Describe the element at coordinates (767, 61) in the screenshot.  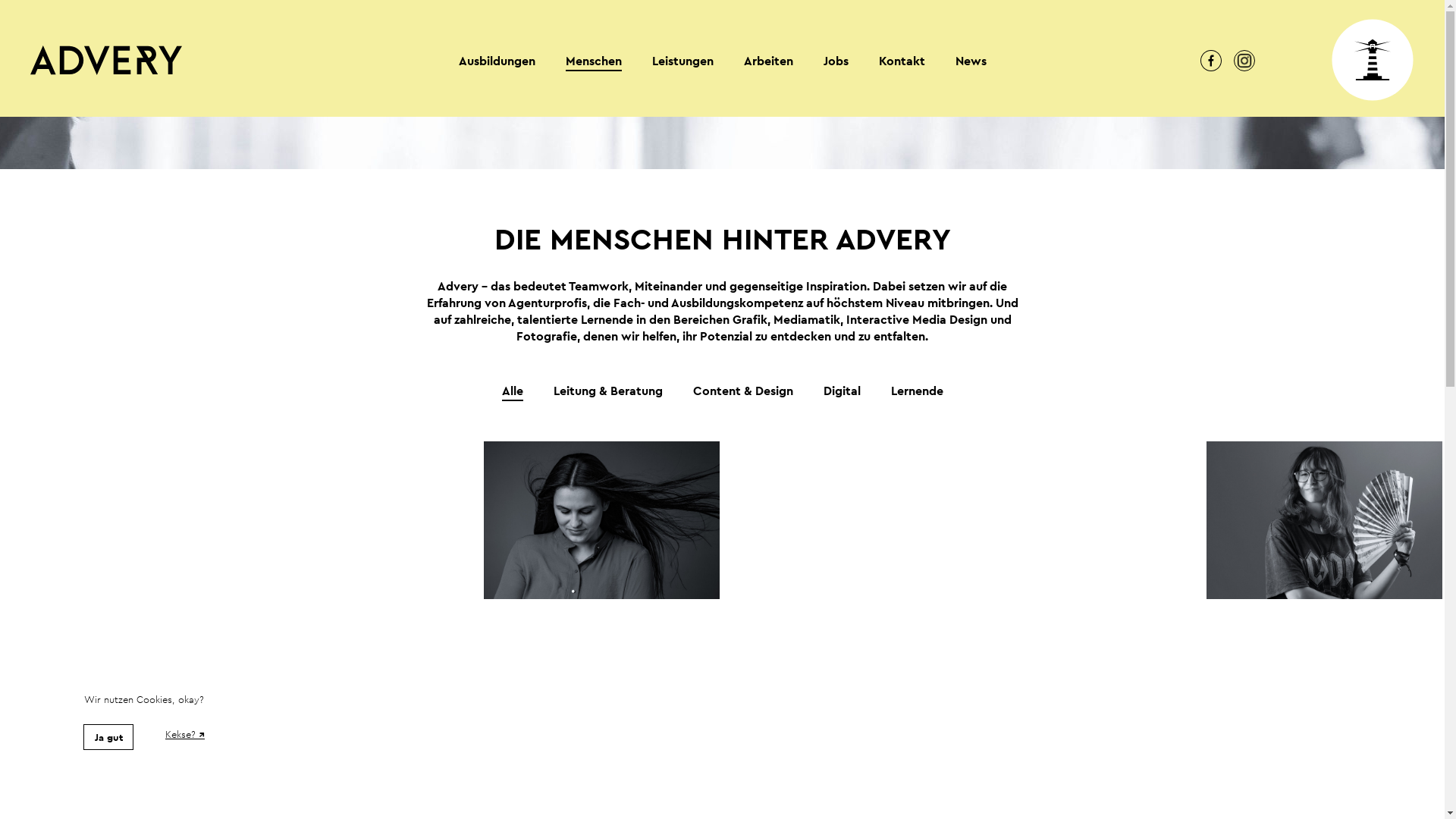
I see `'Arbeiten'` at that location.